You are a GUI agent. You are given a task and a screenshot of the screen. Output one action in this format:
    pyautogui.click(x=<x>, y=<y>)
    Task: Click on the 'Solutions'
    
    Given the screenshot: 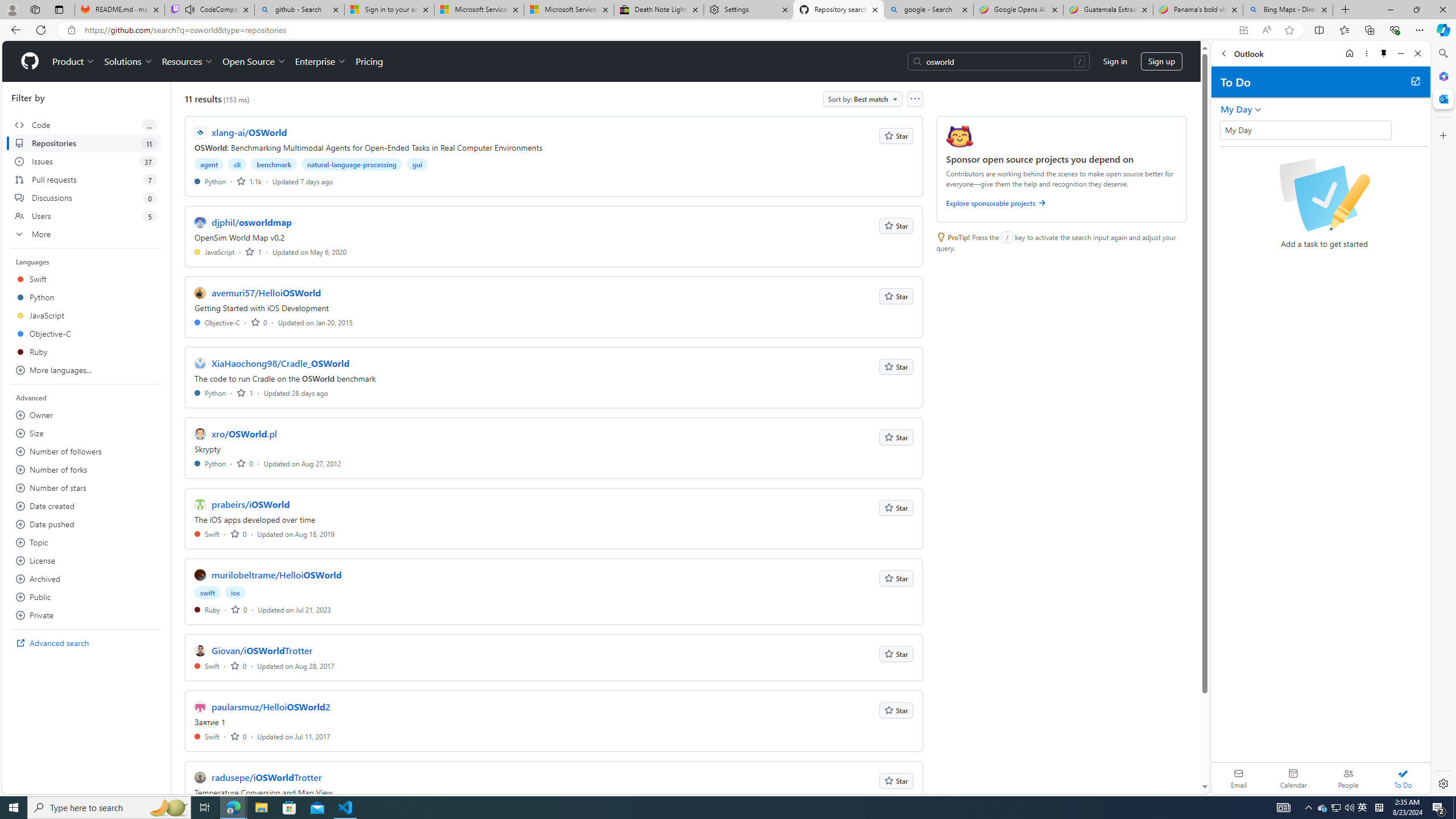 What is the action you would take?
    pyautogui.click(x=127, y=61)
    